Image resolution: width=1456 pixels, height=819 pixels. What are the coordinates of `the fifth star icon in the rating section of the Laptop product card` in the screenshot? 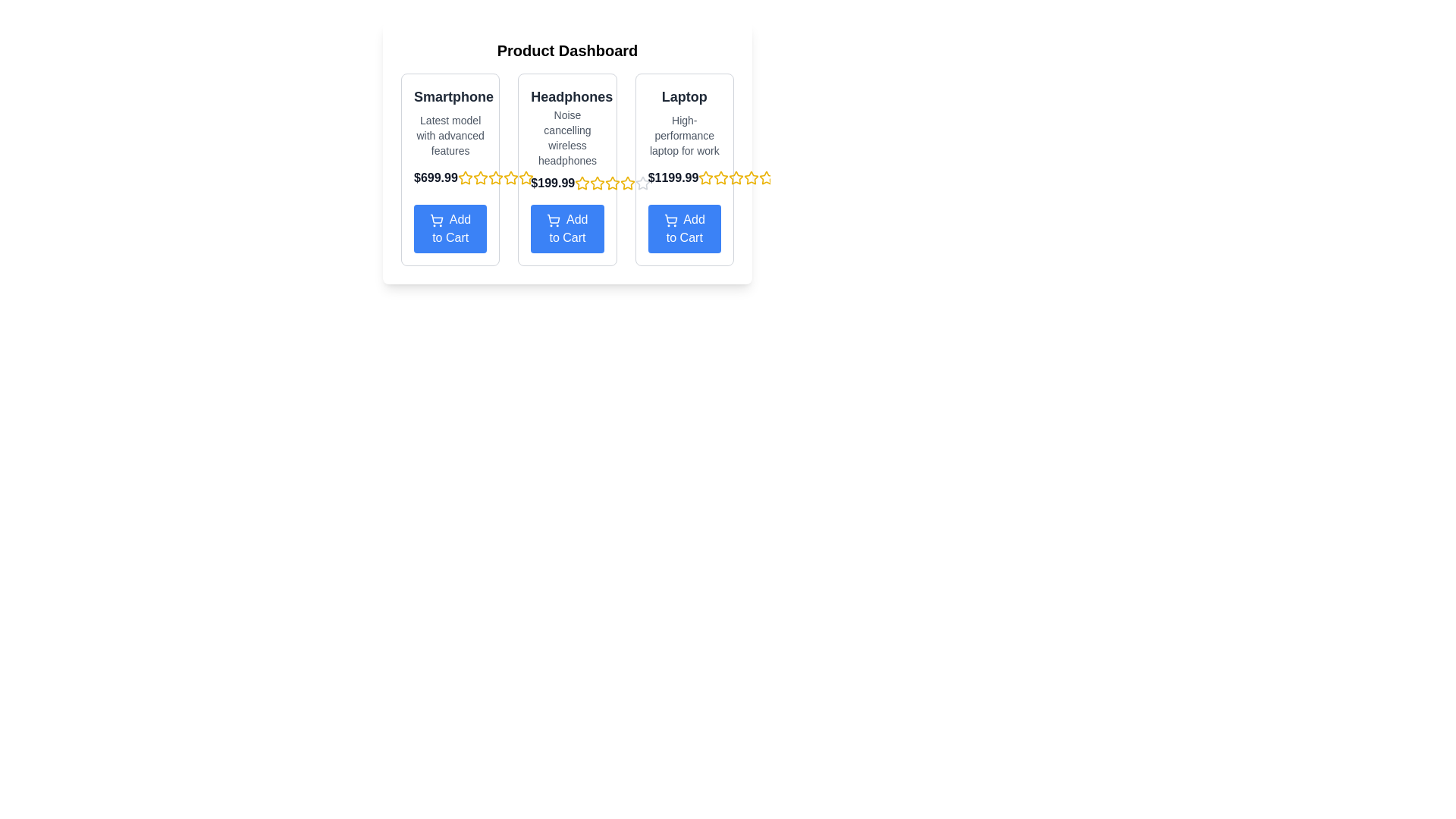 It's located at (752, 177).